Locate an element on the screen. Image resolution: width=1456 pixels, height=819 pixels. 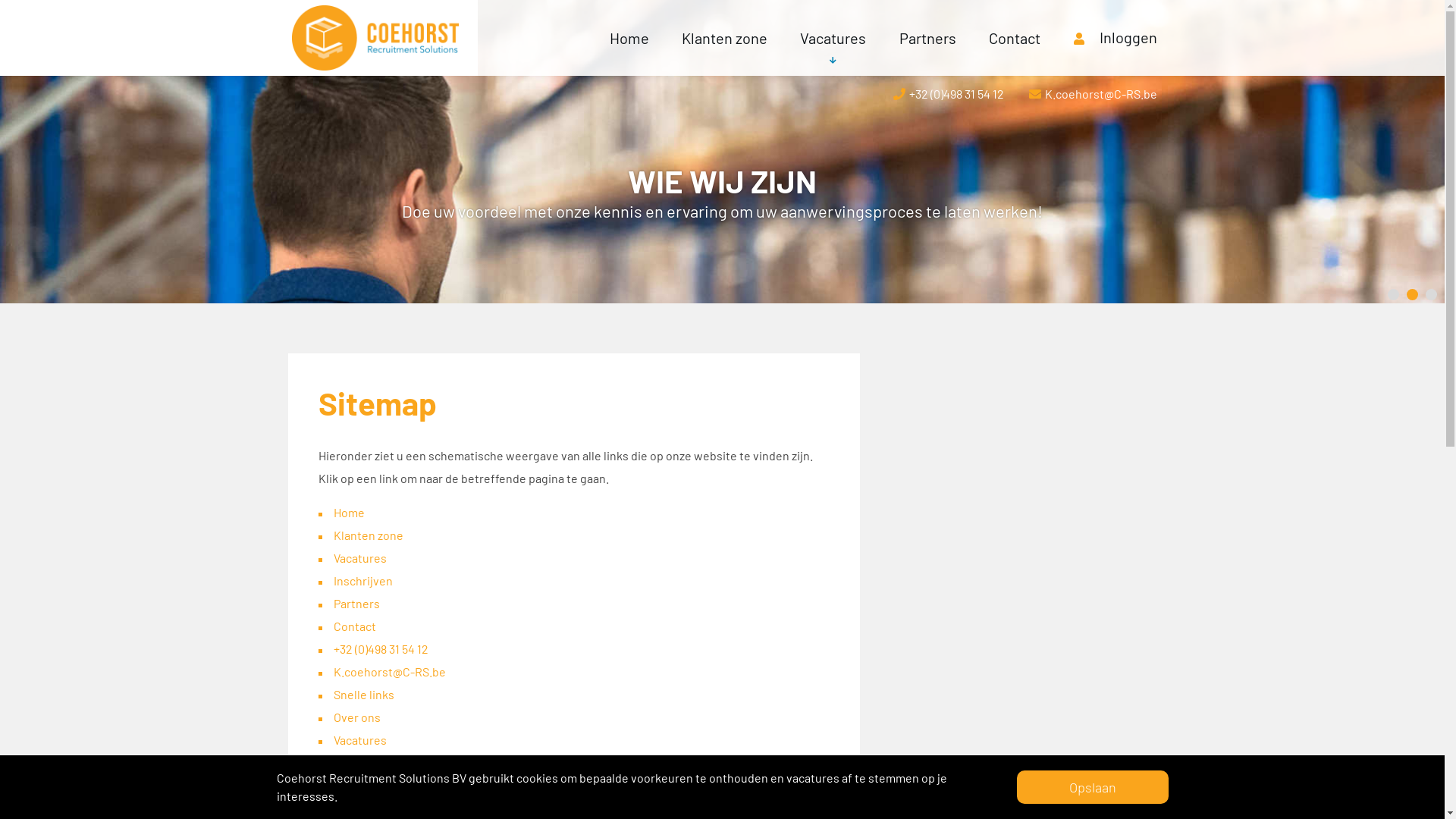
'2' is located at coordinates (1411, 294).